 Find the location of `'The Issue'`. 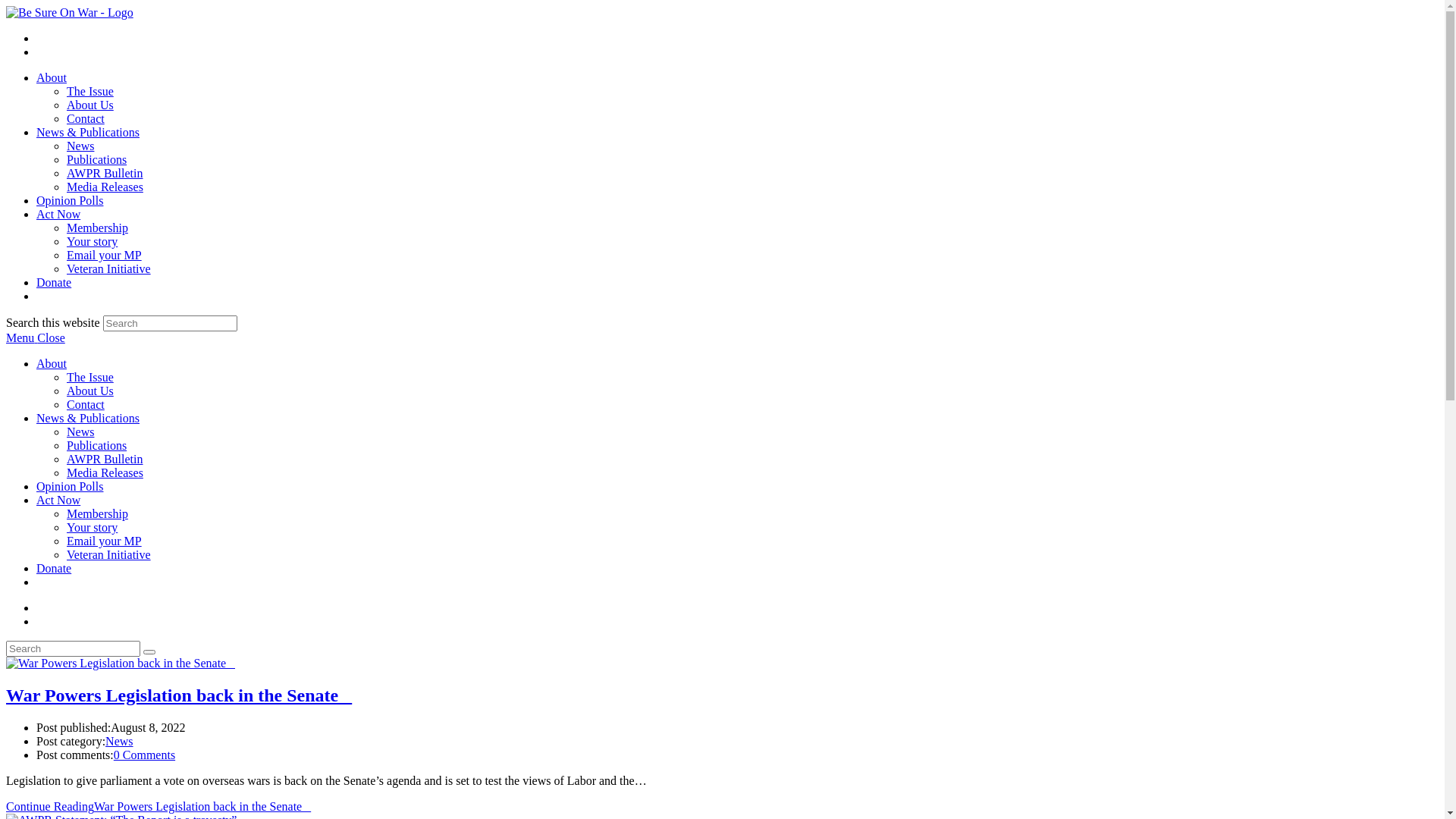

'The Issue' is located at coordinates (89, 91).